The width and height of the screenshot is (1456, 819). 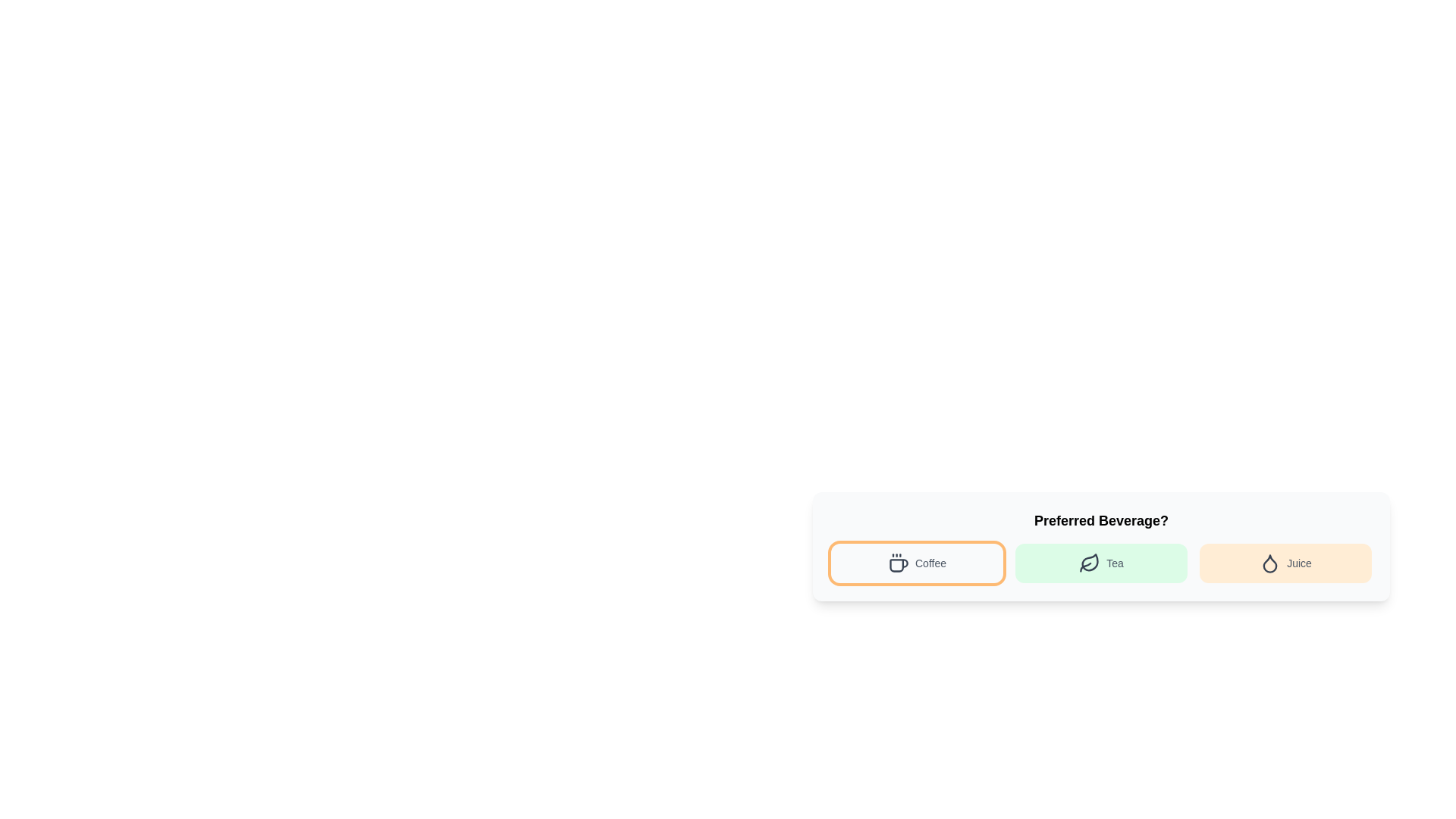 I want to click on the text label 'Juice' located within the beverage selection interface to highlight it and display additional information, so click(x=1298, y=563).